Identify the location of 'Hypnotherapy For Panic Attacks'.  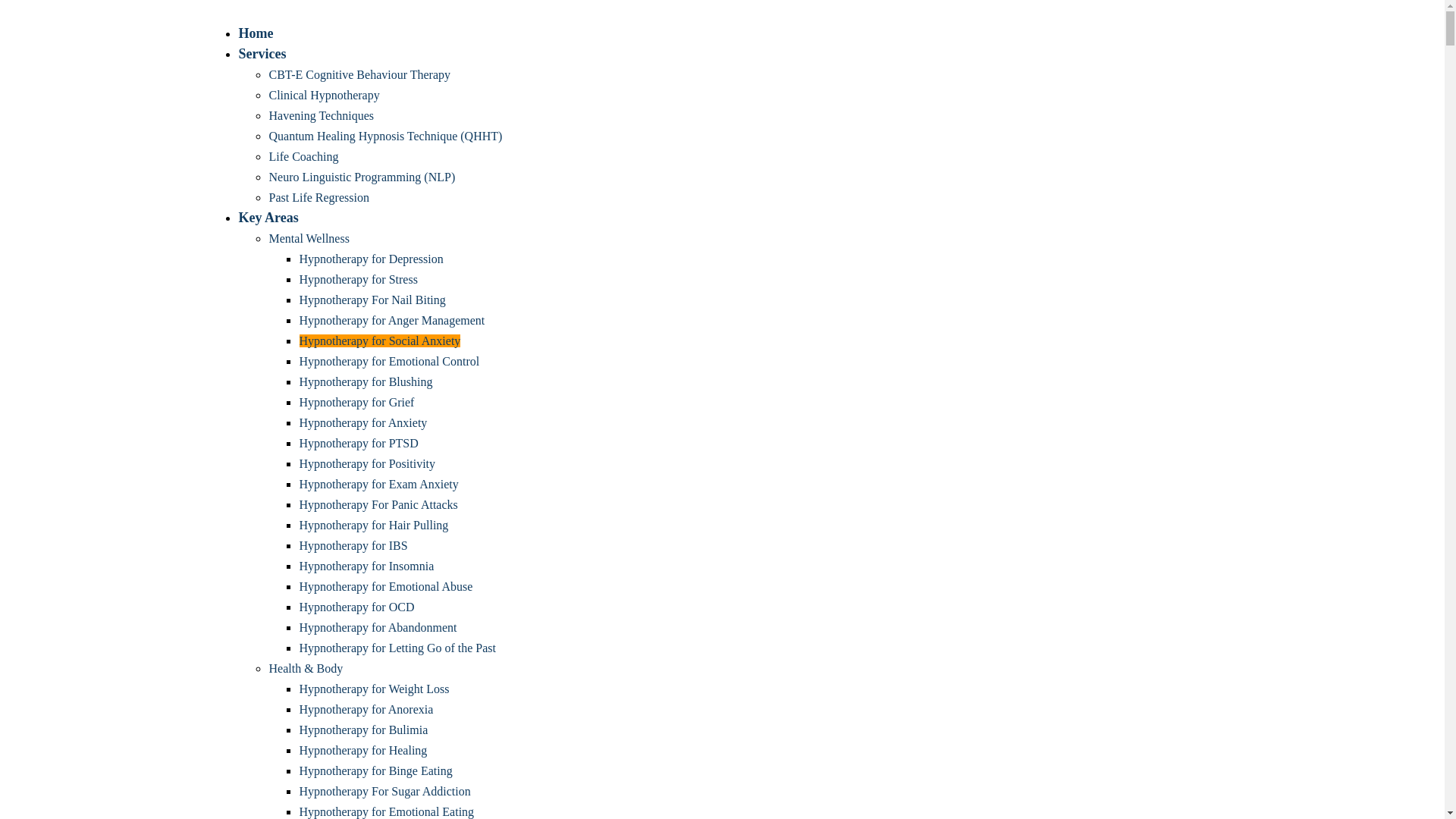
(378, 504).